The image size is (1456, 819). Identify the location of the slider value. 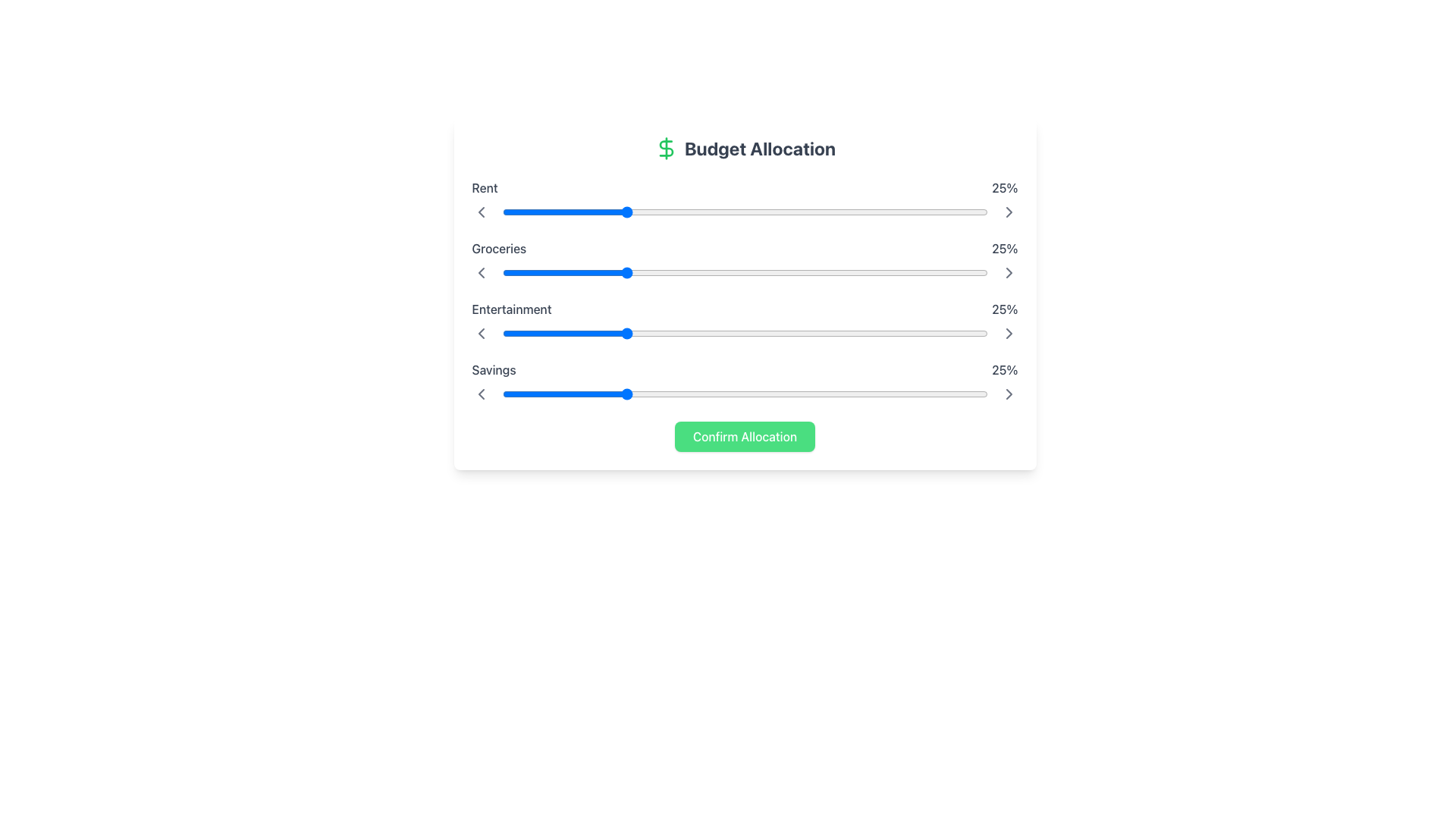
(730, 394).